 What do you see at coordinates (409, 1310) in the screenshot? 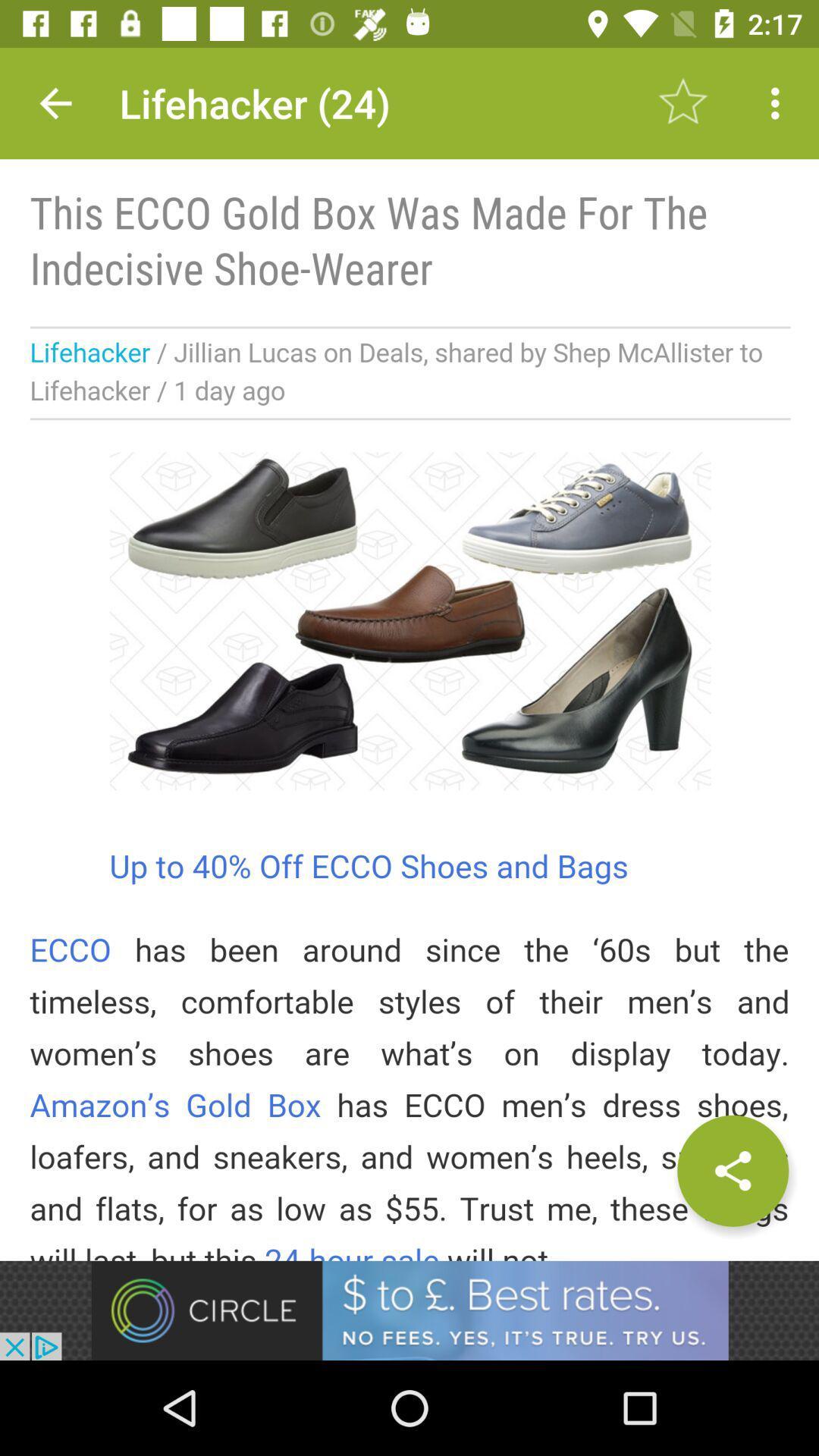
I see `advertisement` at bounding box center [409, 1310].